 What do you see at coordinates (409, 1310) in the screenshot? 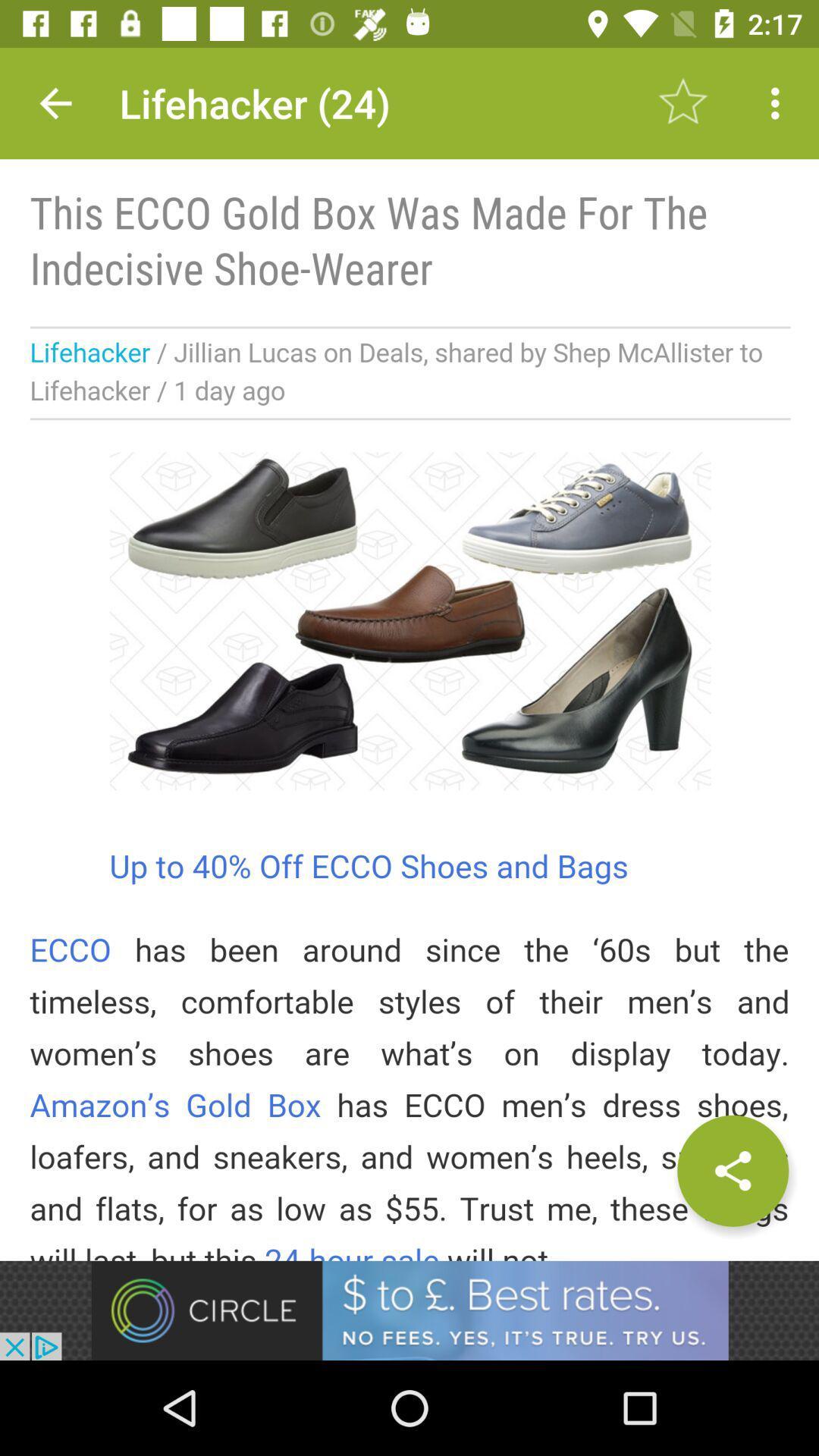
I see `advertisement` at bounding box center [409, 1310].